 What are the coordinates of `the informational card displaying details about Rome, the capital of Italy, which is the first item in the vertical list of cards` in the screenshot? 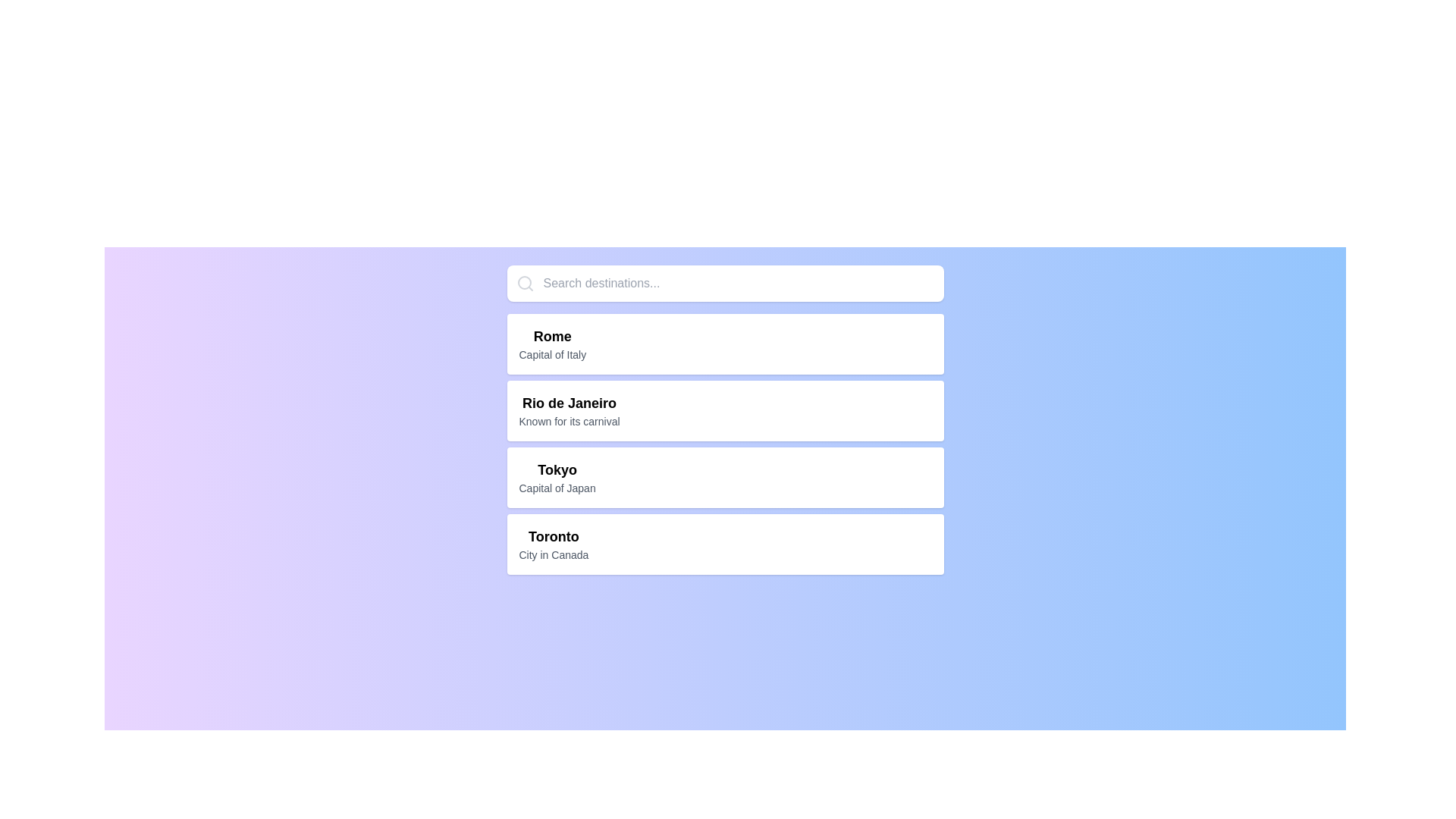 It's located at (724, 344).